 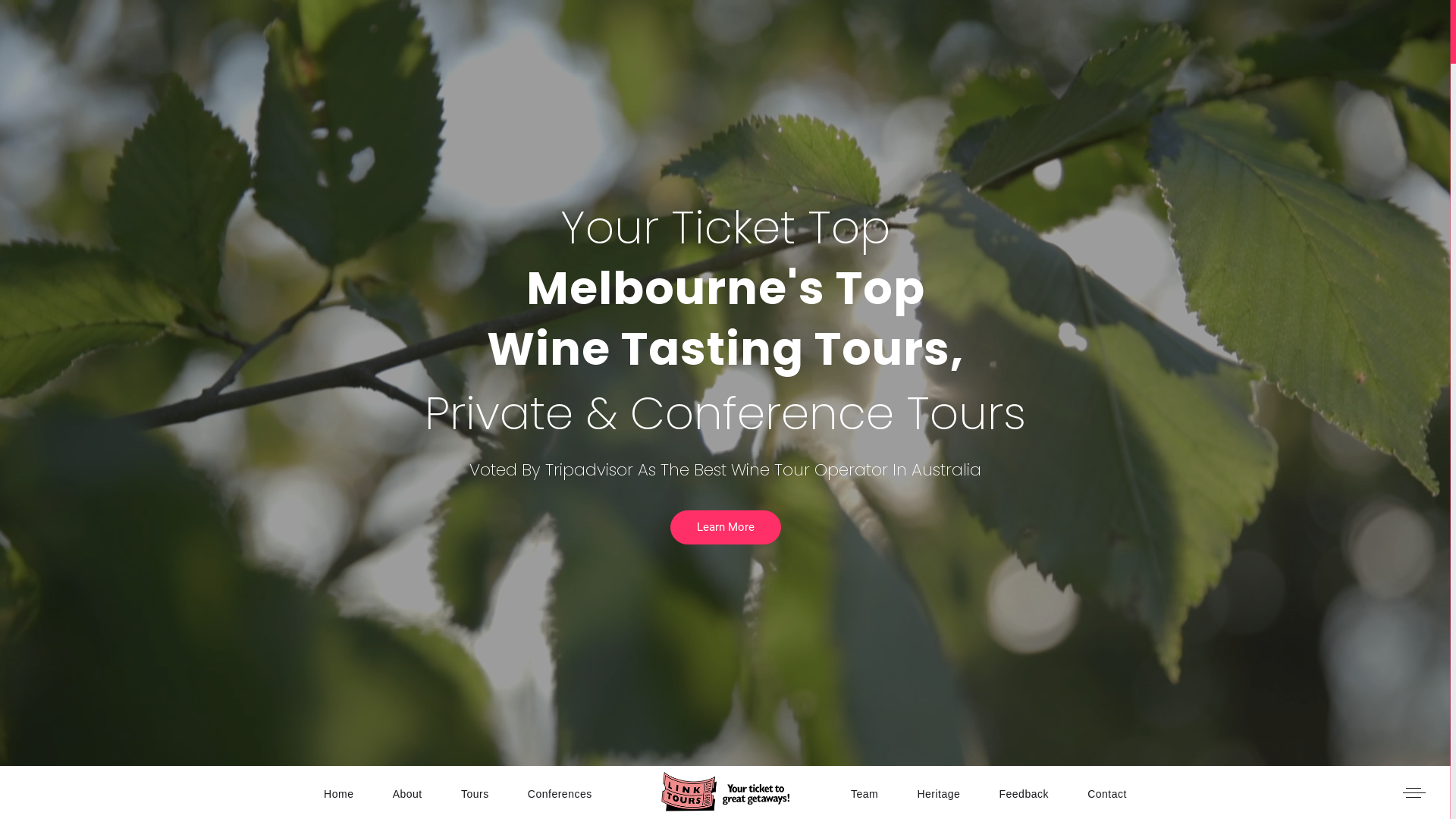 I want to click on 'Home', so click(x=337, y=792).